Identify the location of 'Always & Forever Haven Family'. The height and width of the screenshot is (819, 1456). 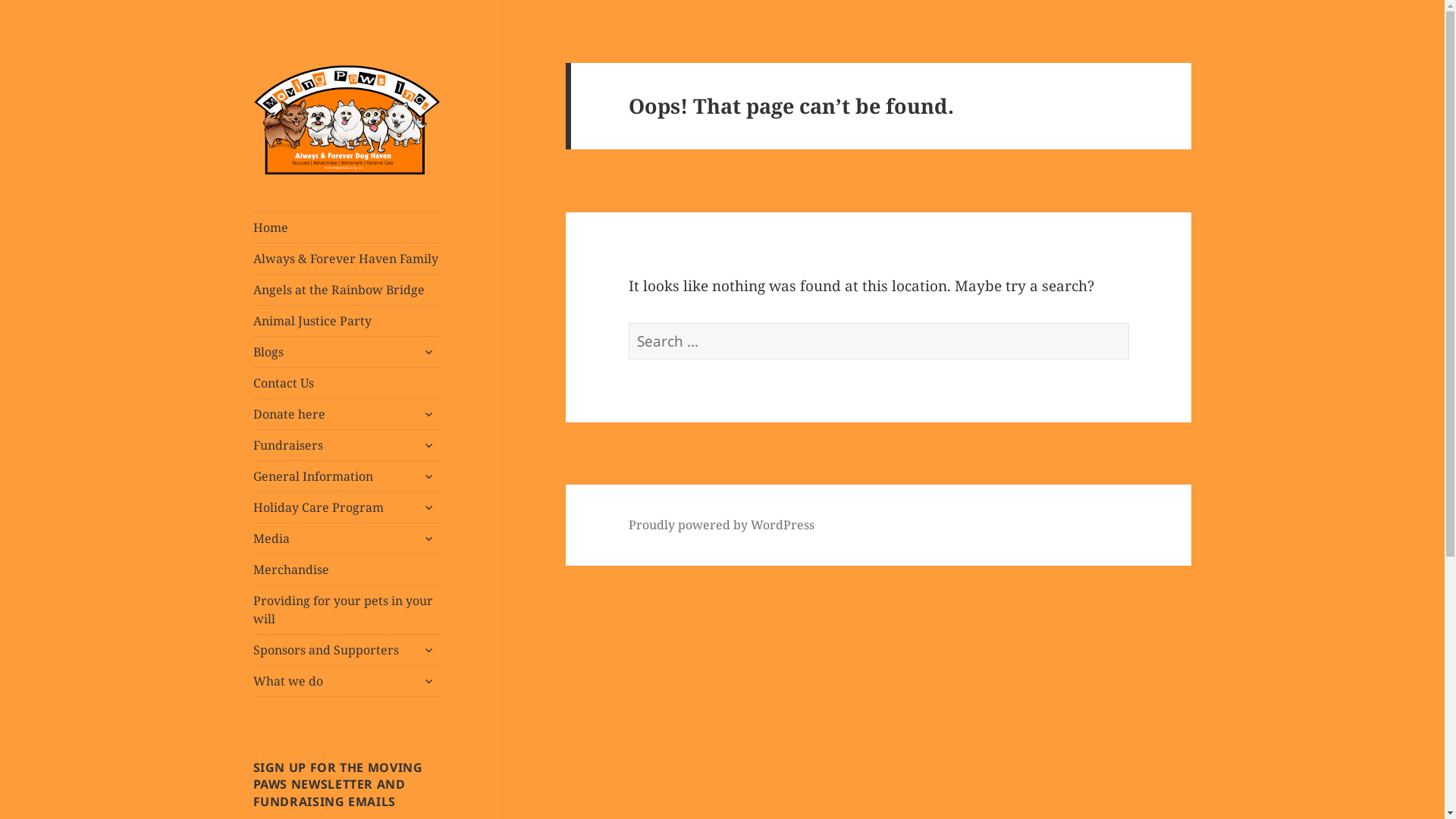
(346, 257).